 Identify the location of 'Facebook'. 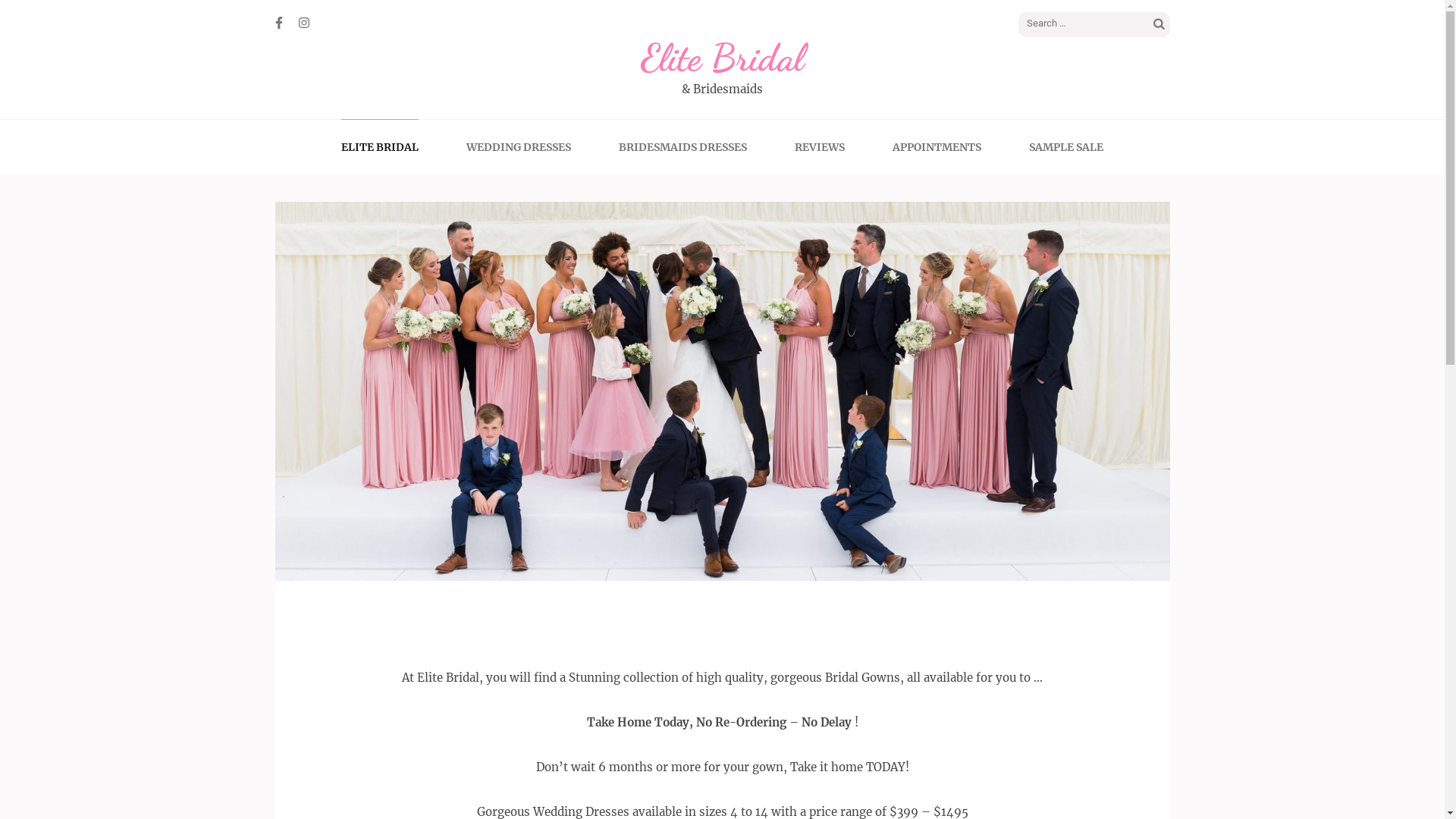
(278, 23).